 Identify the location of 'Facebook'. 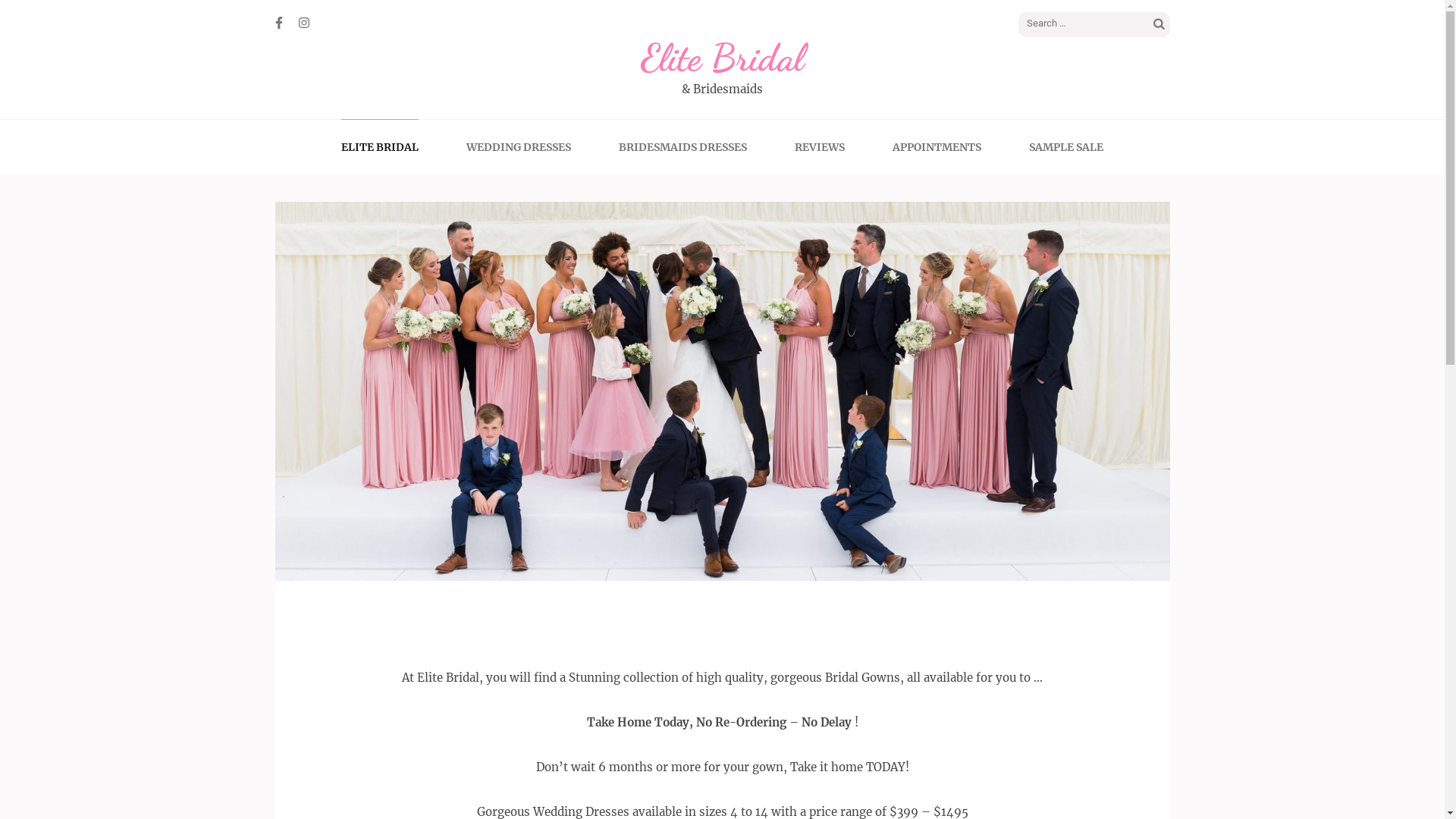
(278, 23).